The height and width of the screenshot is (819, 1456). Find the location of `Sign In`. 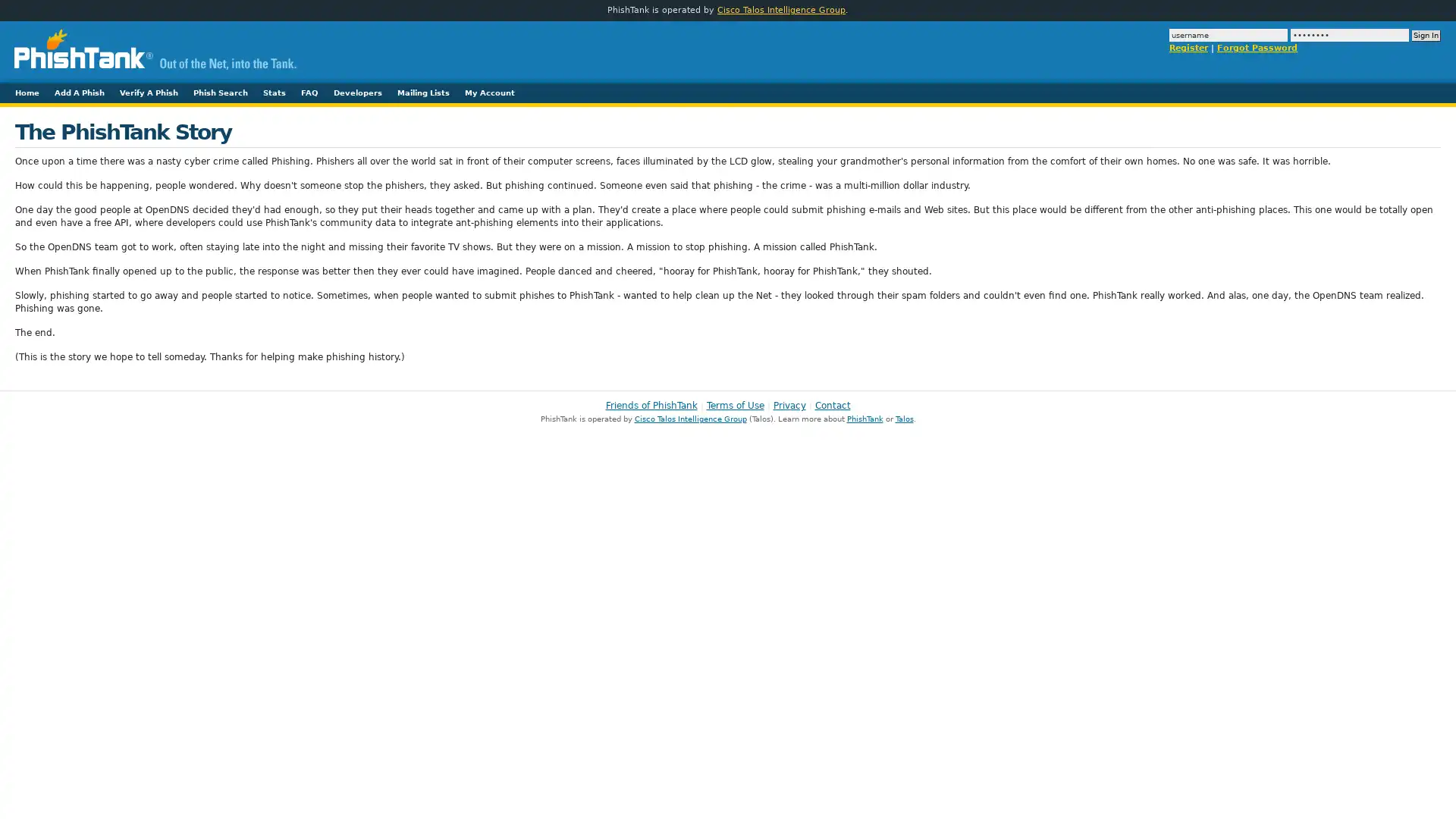

Sign In is located at coordinates (1426, 35).